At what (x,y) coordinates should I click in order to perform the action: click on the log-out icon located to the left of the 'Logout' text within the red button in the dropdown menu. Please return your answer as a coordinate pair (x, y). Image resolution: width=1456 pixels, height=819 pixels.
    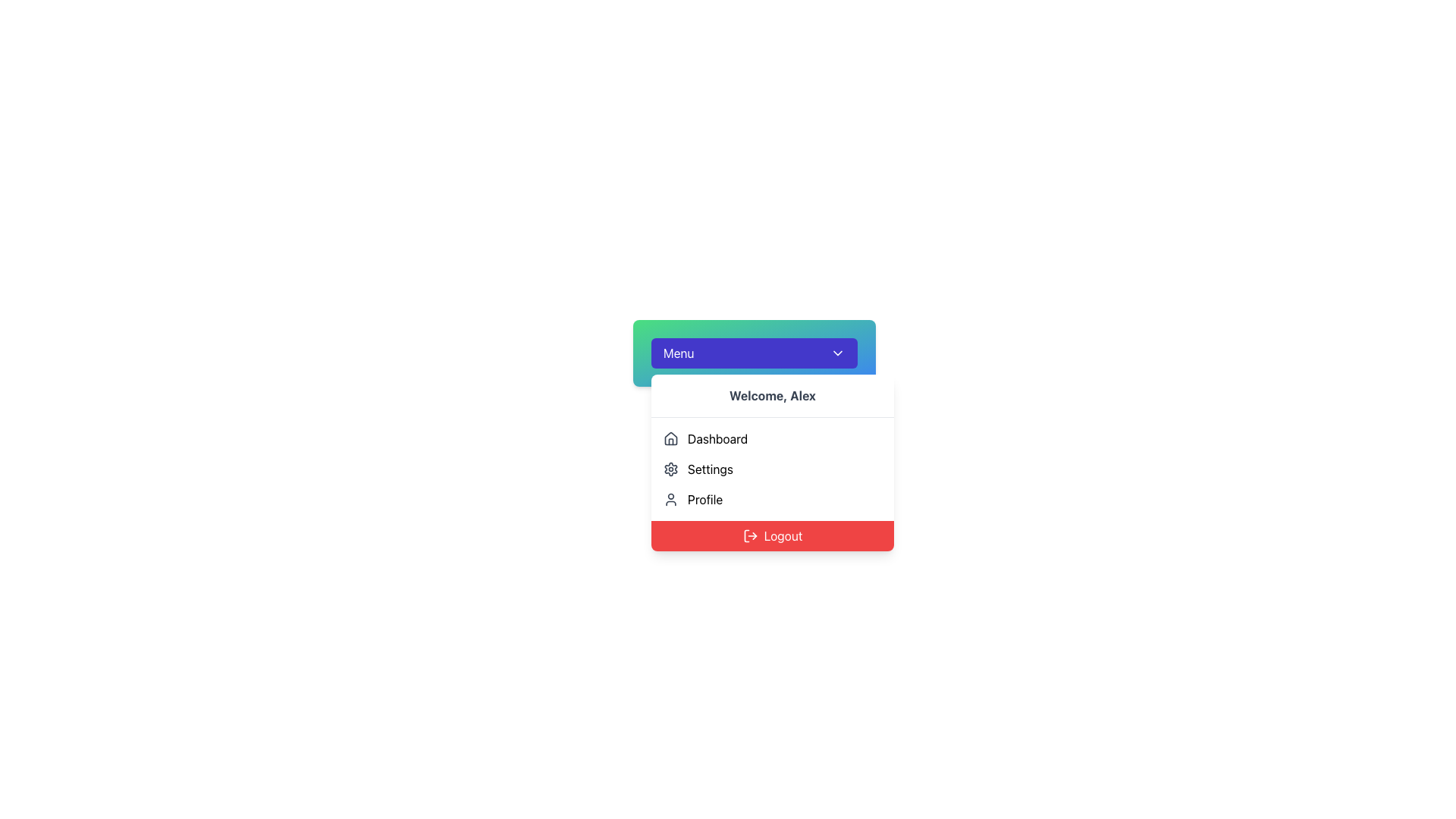
    Looking at the image, I should click on (750, 535).